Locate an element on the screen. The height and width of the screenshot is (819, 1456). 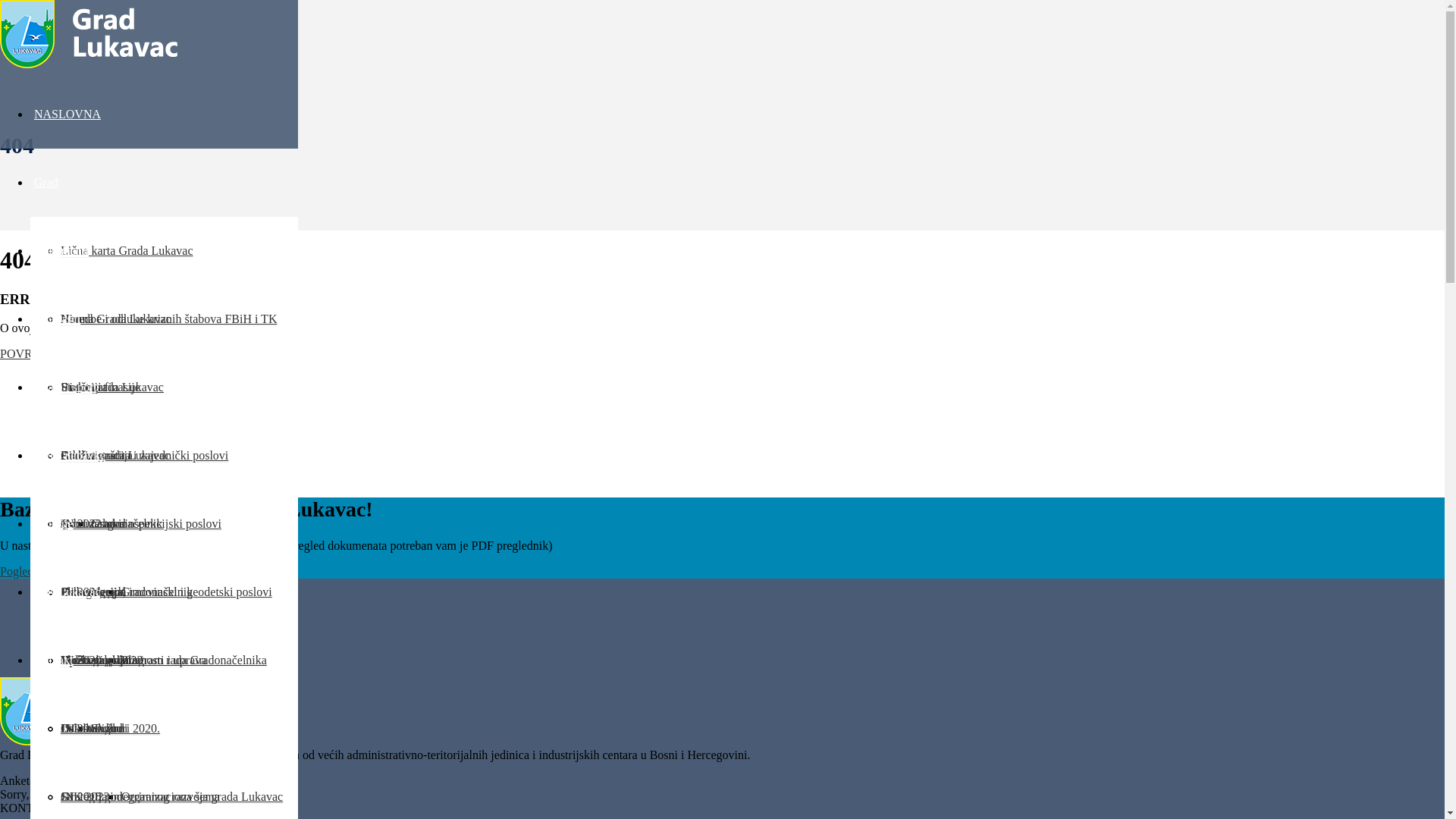
'JN 2018.god' is located at coordinates (61, 795).